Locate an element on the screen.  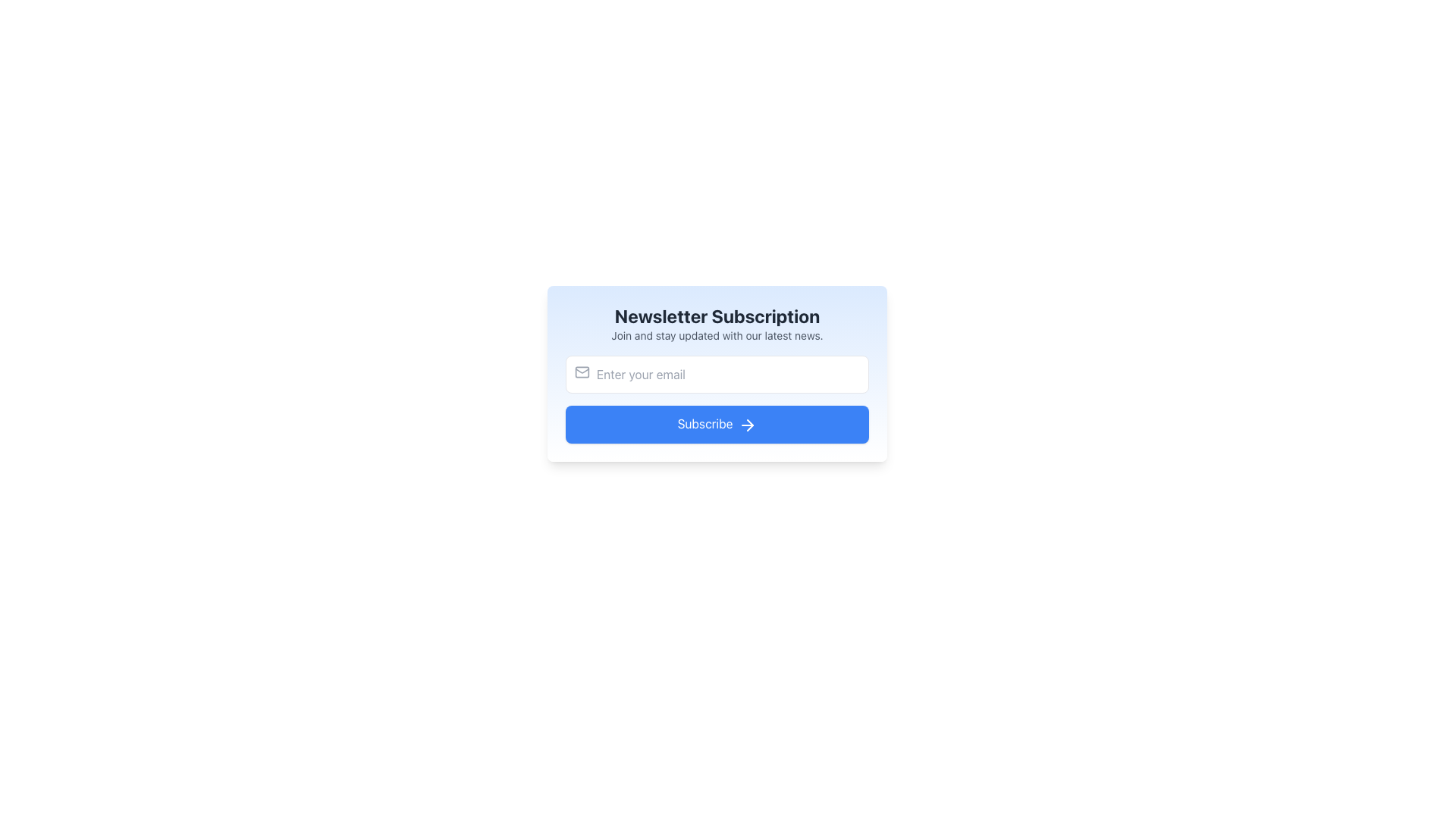
the email envelope icon located to the left of the email input field in the UI card is located at coordinates (582, 372).